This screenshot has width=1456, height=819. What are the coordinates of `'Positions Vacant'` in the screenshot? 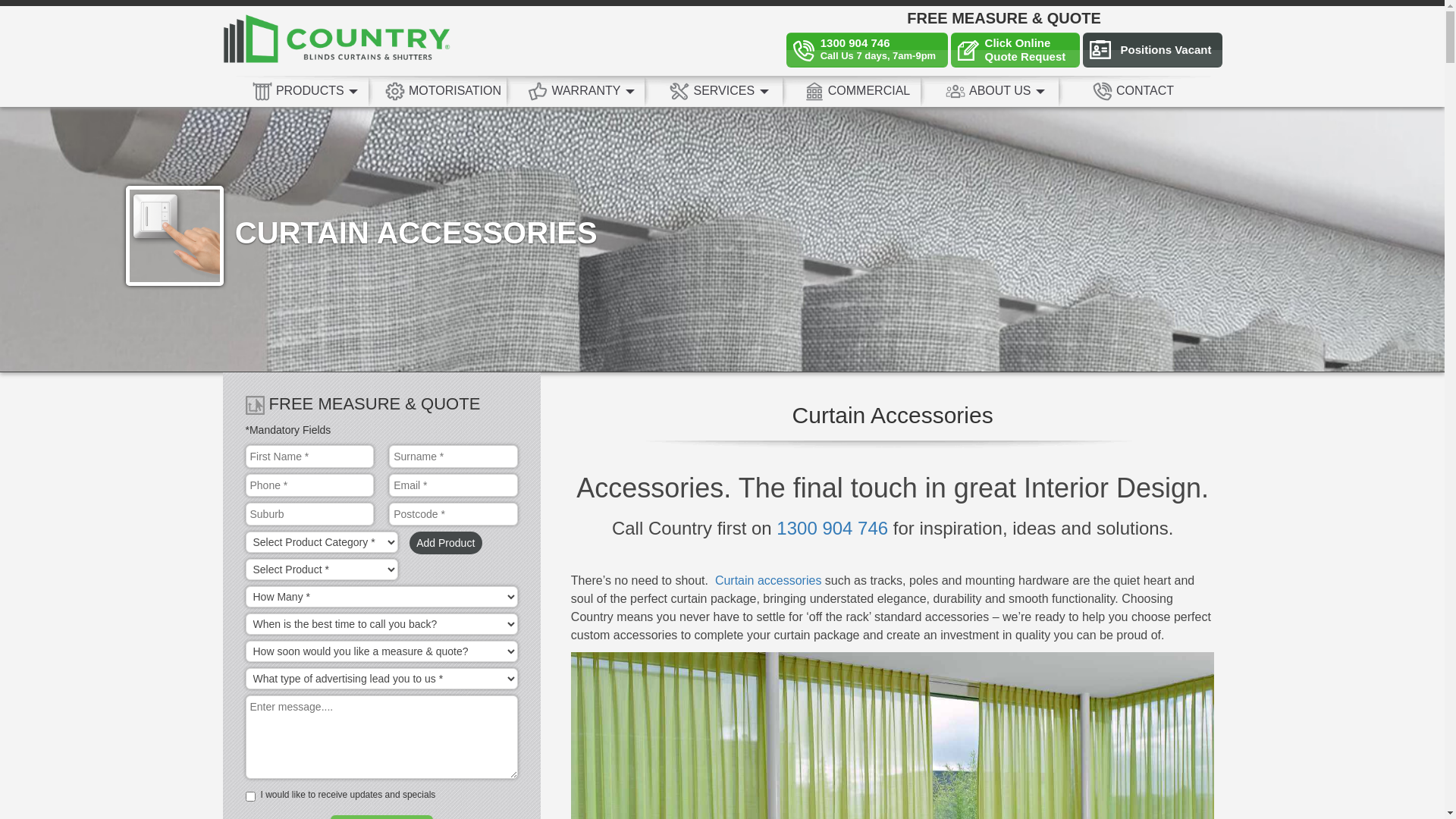 It's located at (1153, 49).